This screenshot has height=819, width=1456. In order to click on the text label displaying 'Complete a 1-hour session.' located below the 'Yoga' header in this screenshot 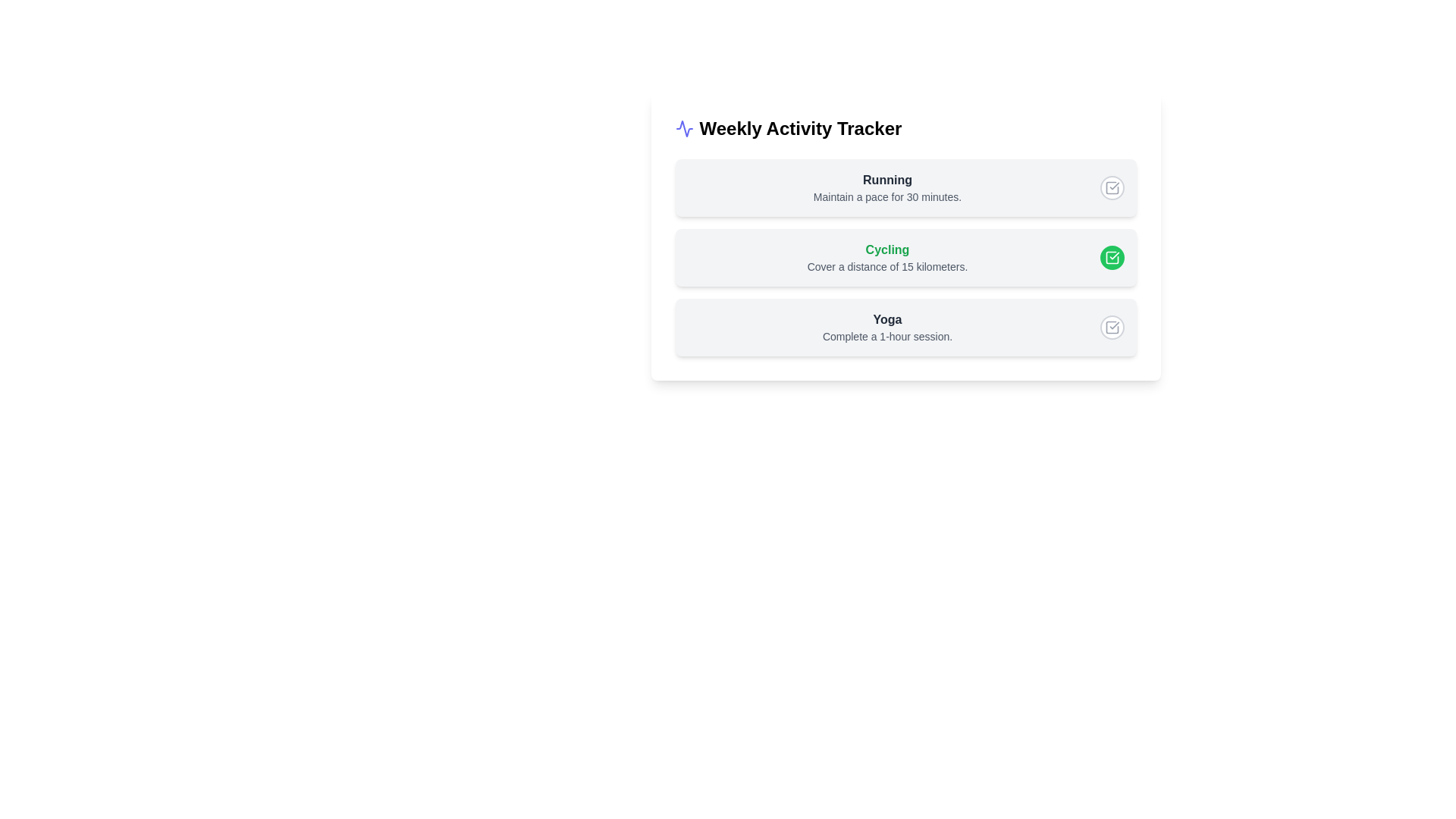, I will do `click(887, 335)`.